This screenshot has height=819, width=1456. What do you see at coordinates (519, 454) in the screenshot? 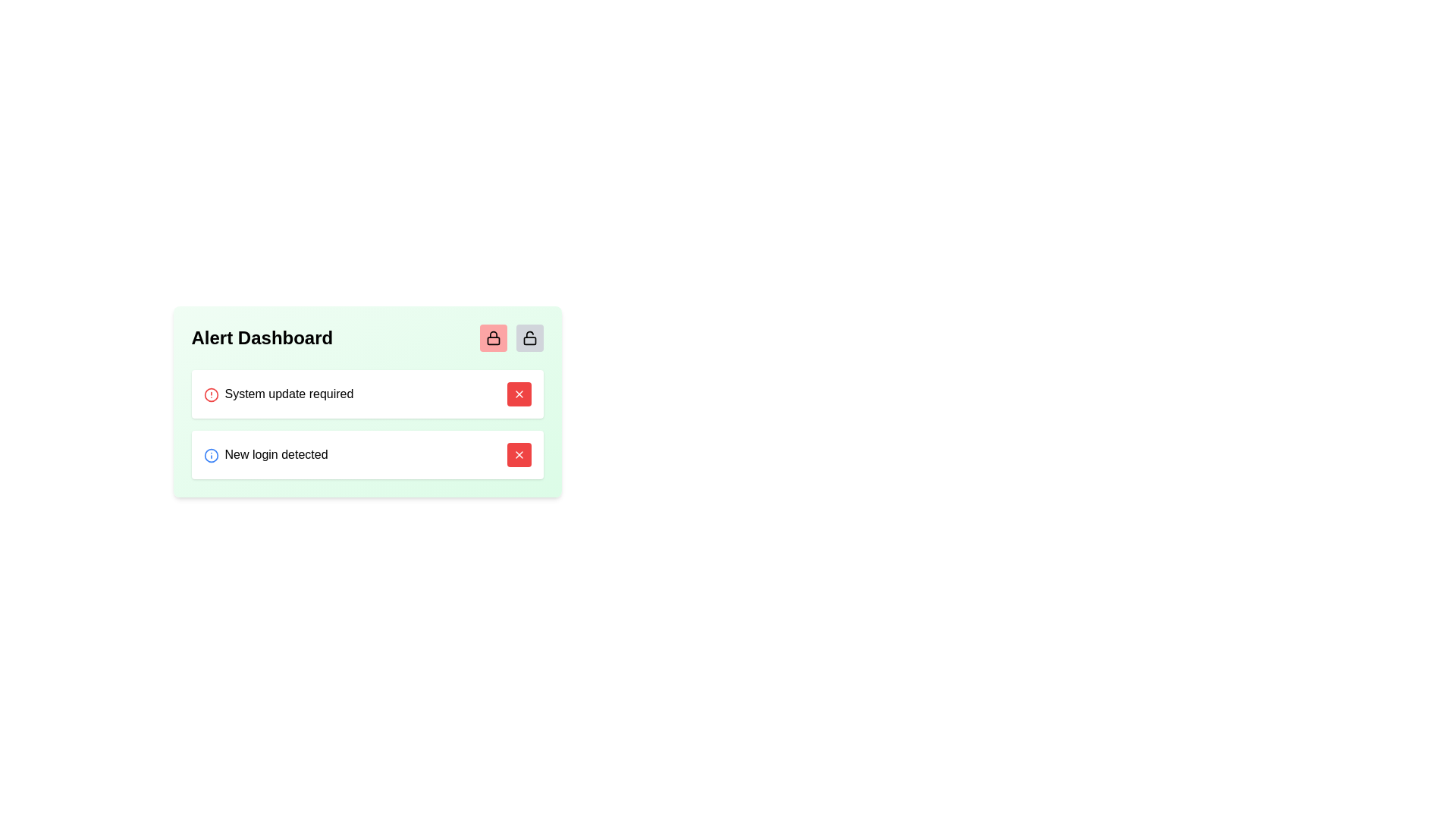
I see `the dismiss button located at the far right of the 'New login detected' notification card` at bounding box center [519, 454].